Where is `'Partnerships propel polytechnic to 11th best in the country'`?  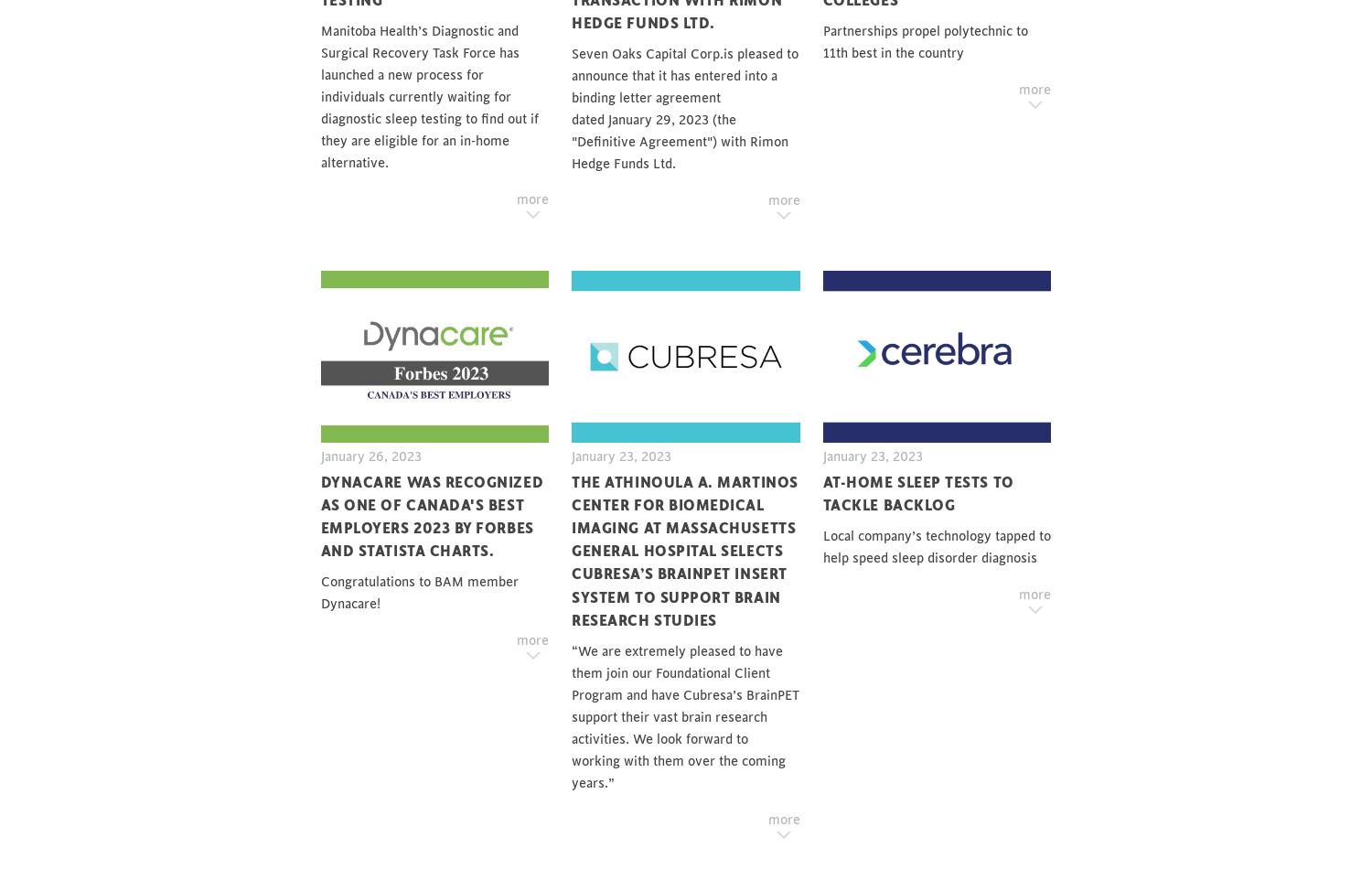 'Partnerships propel polytechnic to 11th best in the country' is located at coordinates (925, 42).